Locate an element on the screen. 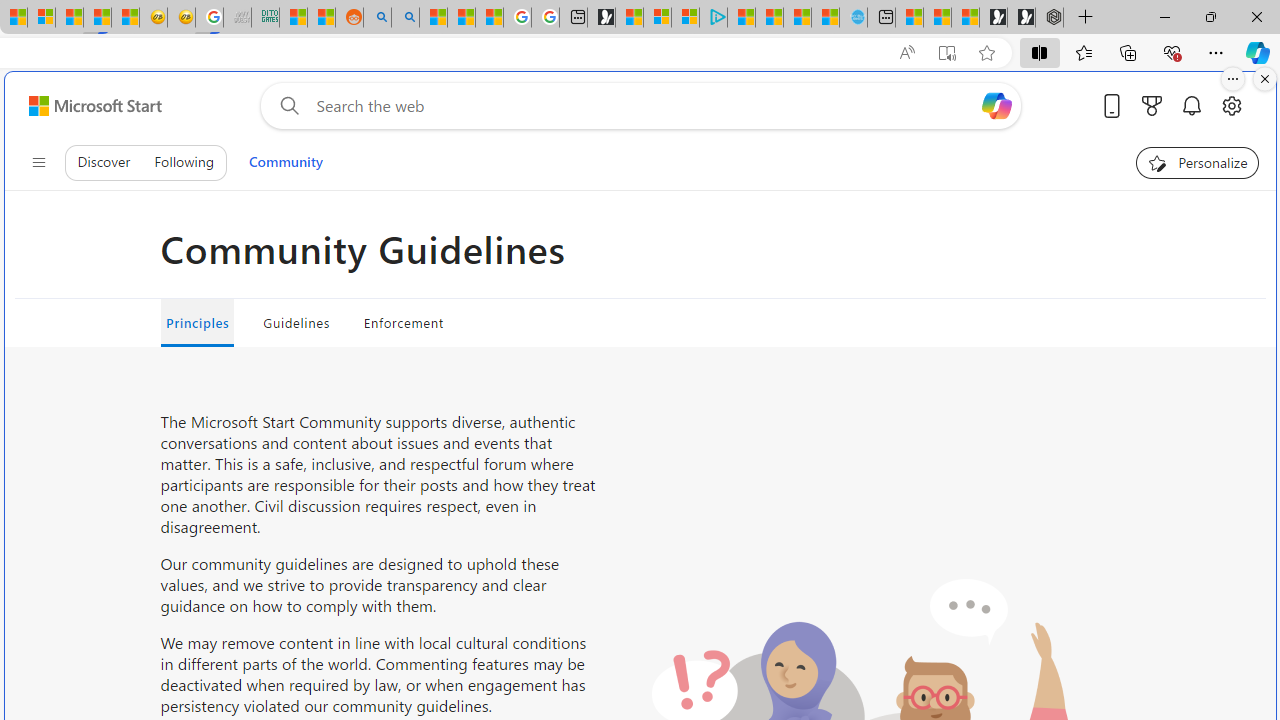 Image resolution: width=1280 pixels, height=720 pixels. 'Home | Sky Blue Bikes - Sky Blue Bikes' is located at coordinates (853, 17).